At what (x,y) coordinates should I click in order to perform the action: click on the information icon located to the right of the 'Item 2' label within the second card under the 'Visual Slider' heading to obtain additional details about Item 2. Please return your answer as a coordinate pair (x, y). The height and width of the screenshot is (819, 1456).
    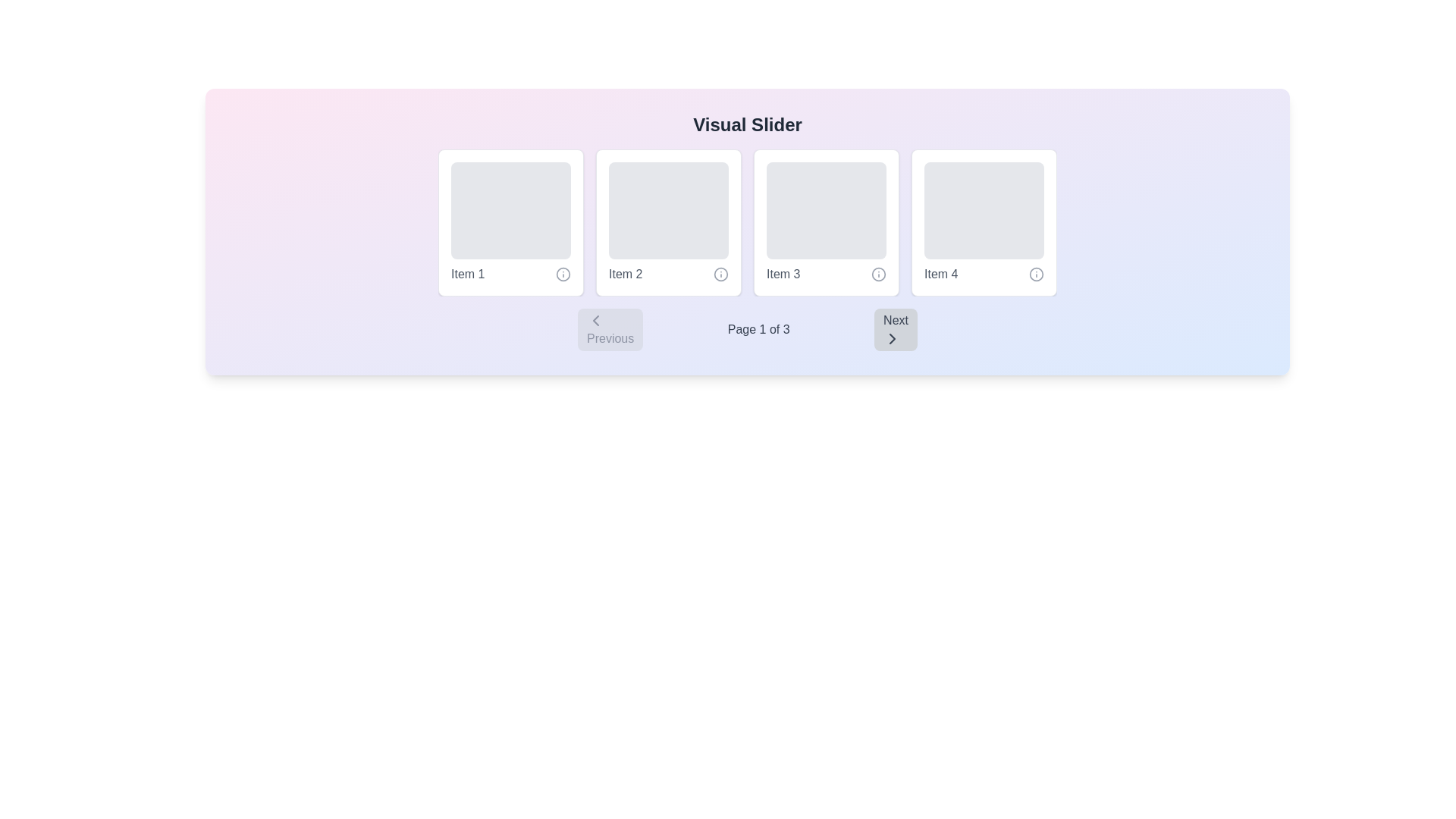
    Looking at the image, I should click on (720, 275).